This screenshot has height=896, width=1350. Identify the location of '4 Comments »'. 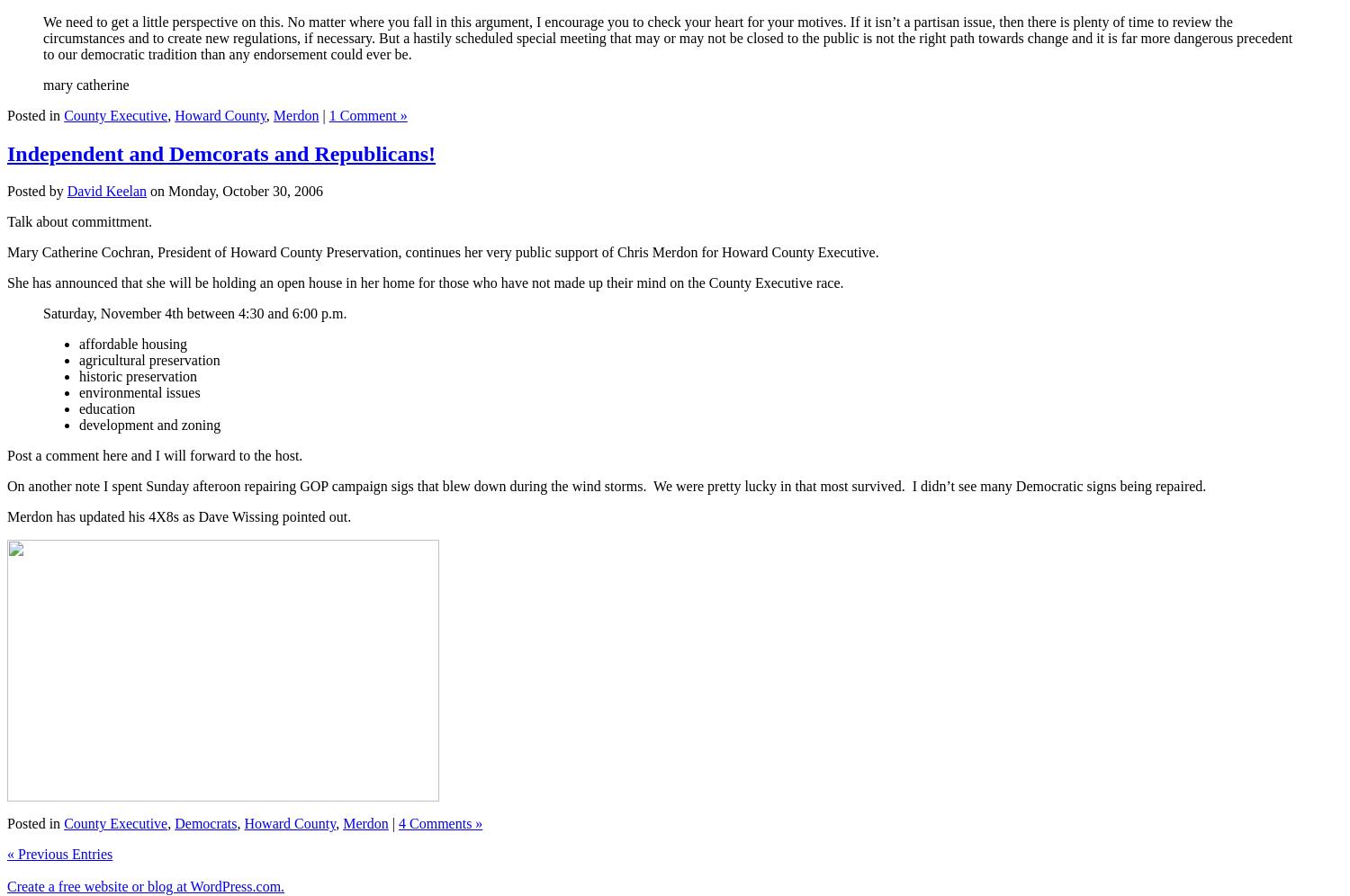
(397, 823).